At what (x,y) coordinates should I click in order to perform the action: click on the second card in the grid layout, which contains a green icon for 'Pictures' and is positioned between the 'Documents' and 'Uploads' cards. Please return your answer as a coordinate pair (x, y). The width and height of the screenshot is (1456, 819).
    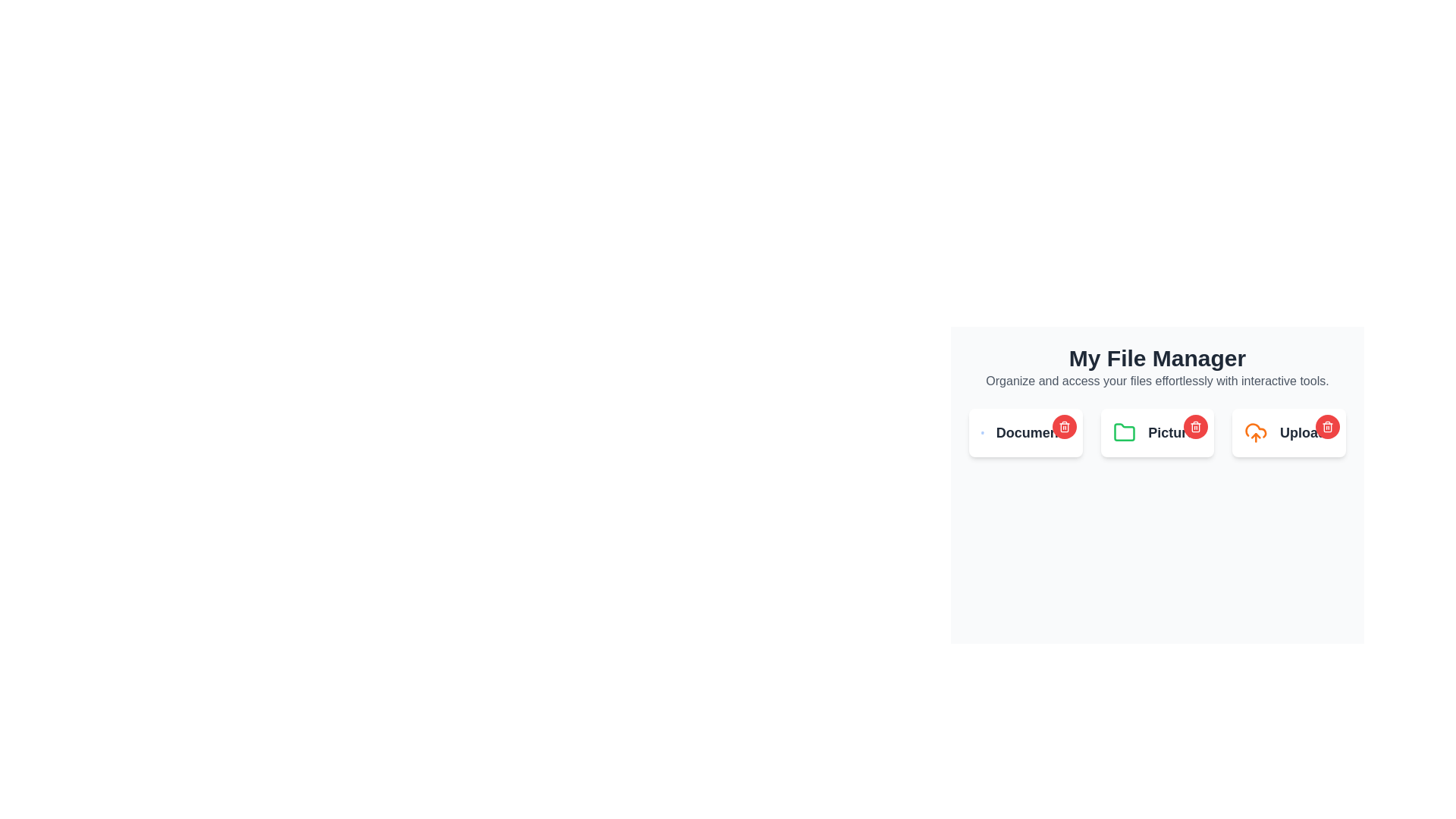
    Looking at the image, I should click on (1156, 432).